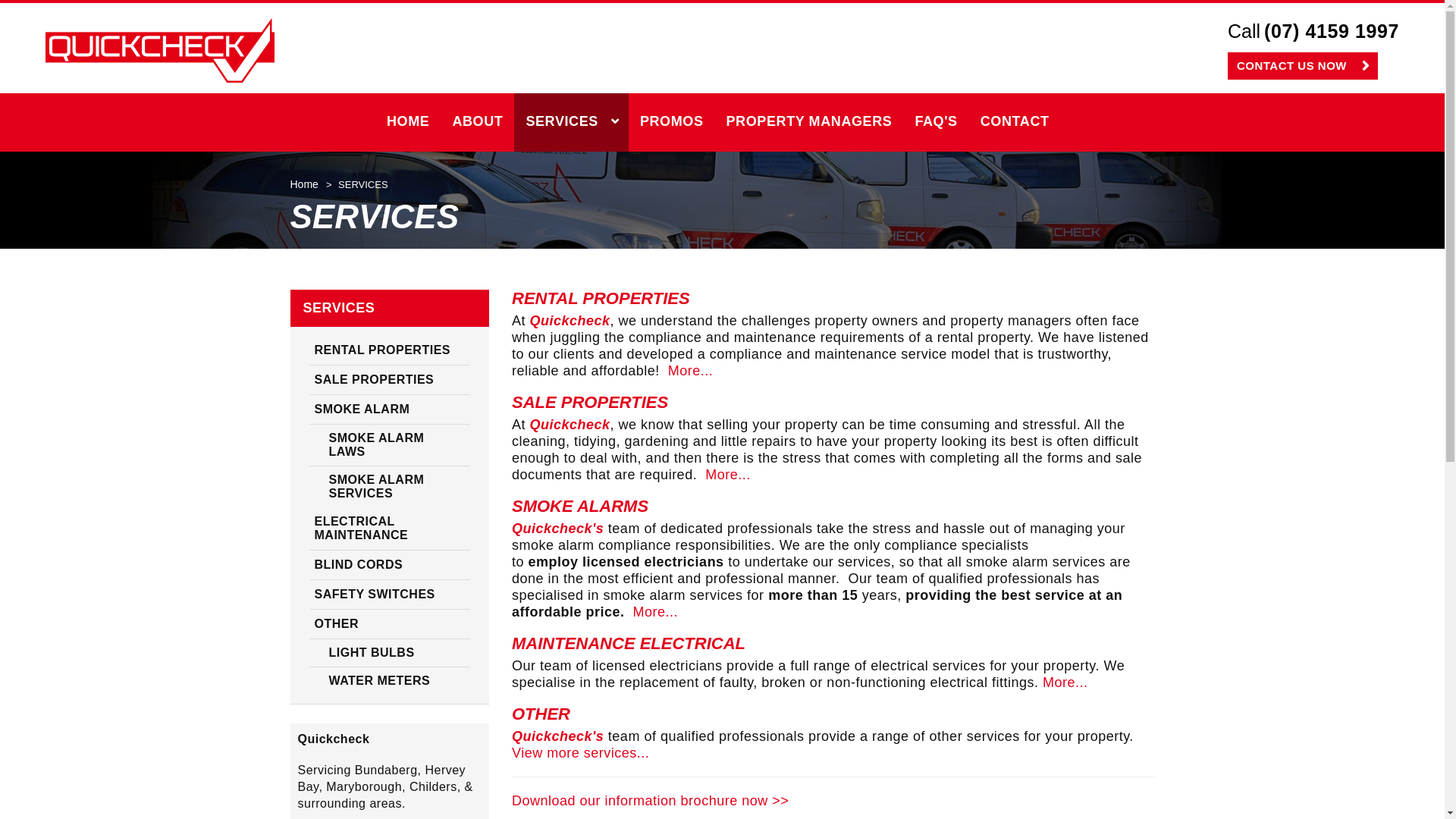 This screenshot has height=819, width=1456. What do you see at coordinates (290, 184) in the screenshot?
I see `'Home'` at bounding box center [290, 184].